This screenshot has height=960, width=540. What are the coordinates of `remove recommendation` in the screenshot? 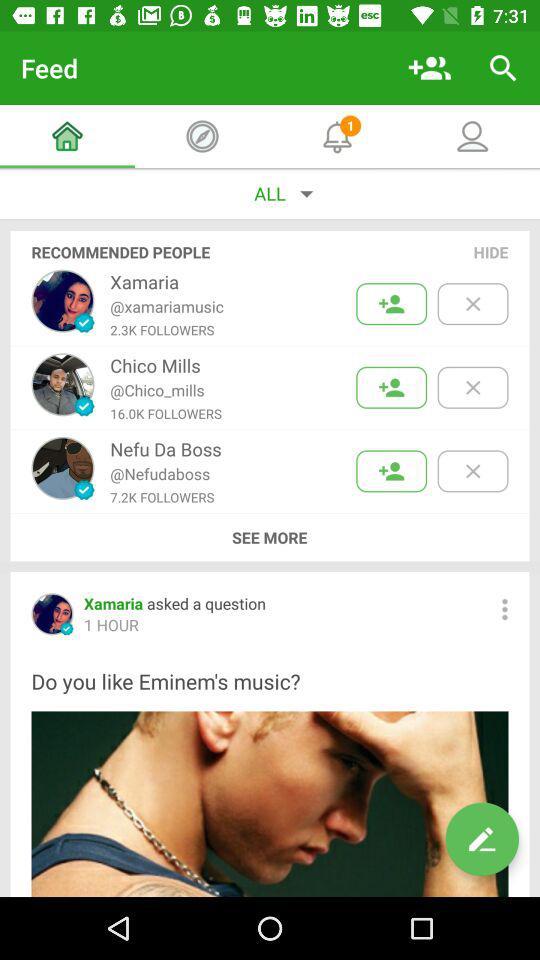 It's located at (472, 304).